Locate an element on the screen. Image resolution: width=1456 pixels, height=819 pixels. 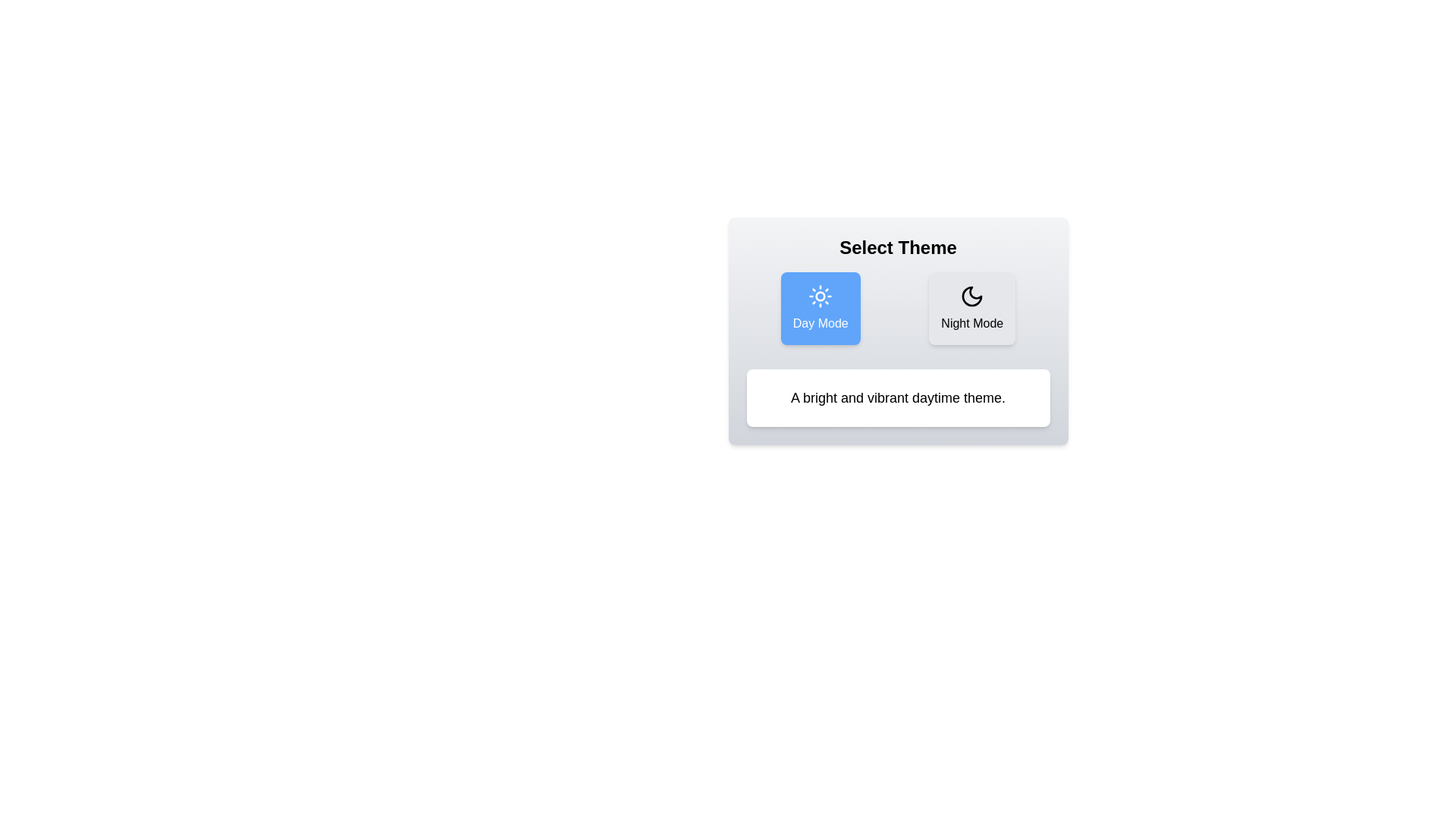
the button corresponding to the theme Night Mode is located at coordinates (972, 308).